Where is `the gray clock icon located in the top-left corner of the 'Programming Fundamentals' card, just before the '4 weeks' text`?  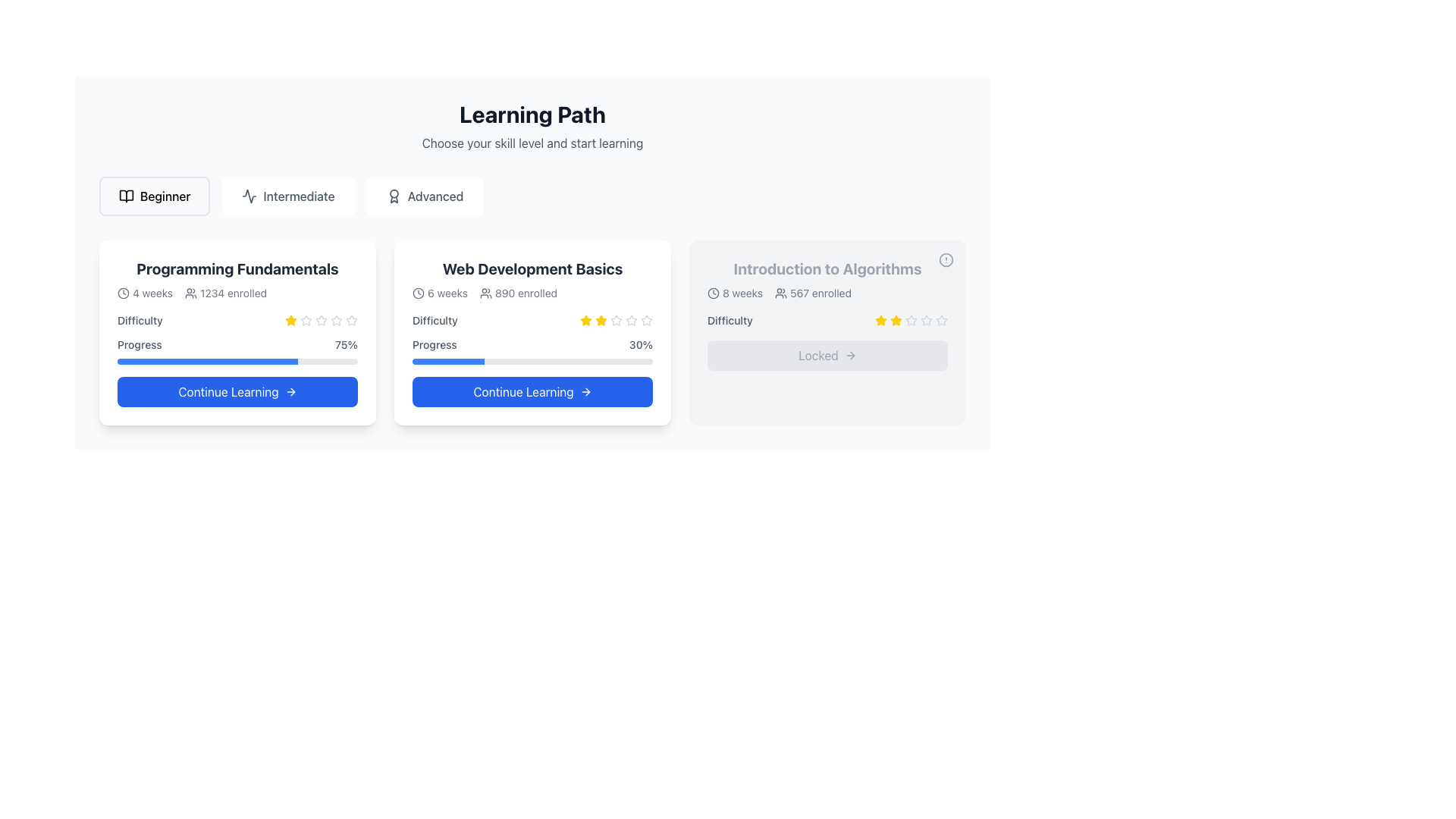
the gray clock icon located in the top-left corner of the 'Programming Fundamentals' card, just before the '4 weeks' text is located at coordinates (124, 293).